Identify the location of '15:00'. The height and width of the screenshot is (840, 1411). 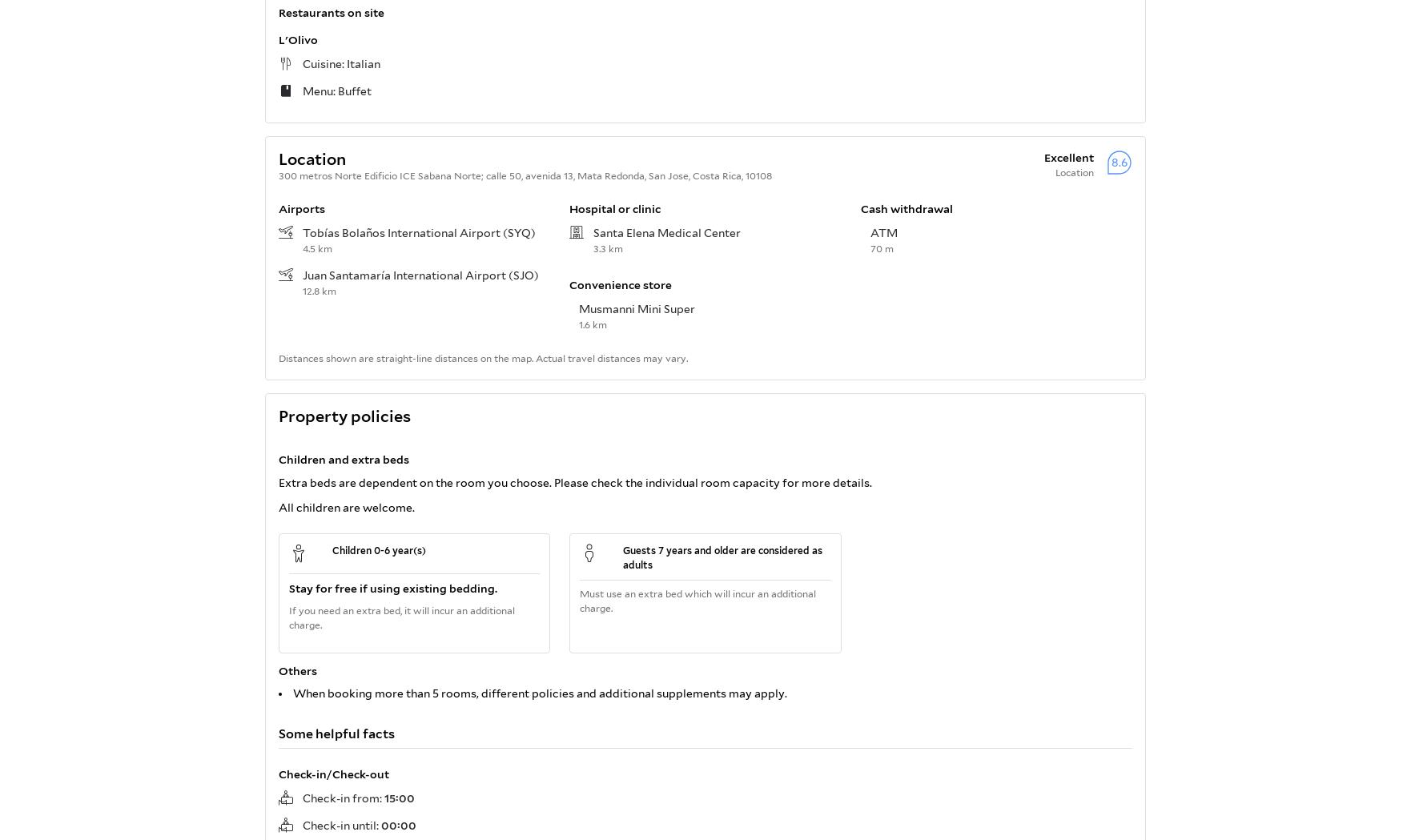
(398, 797).